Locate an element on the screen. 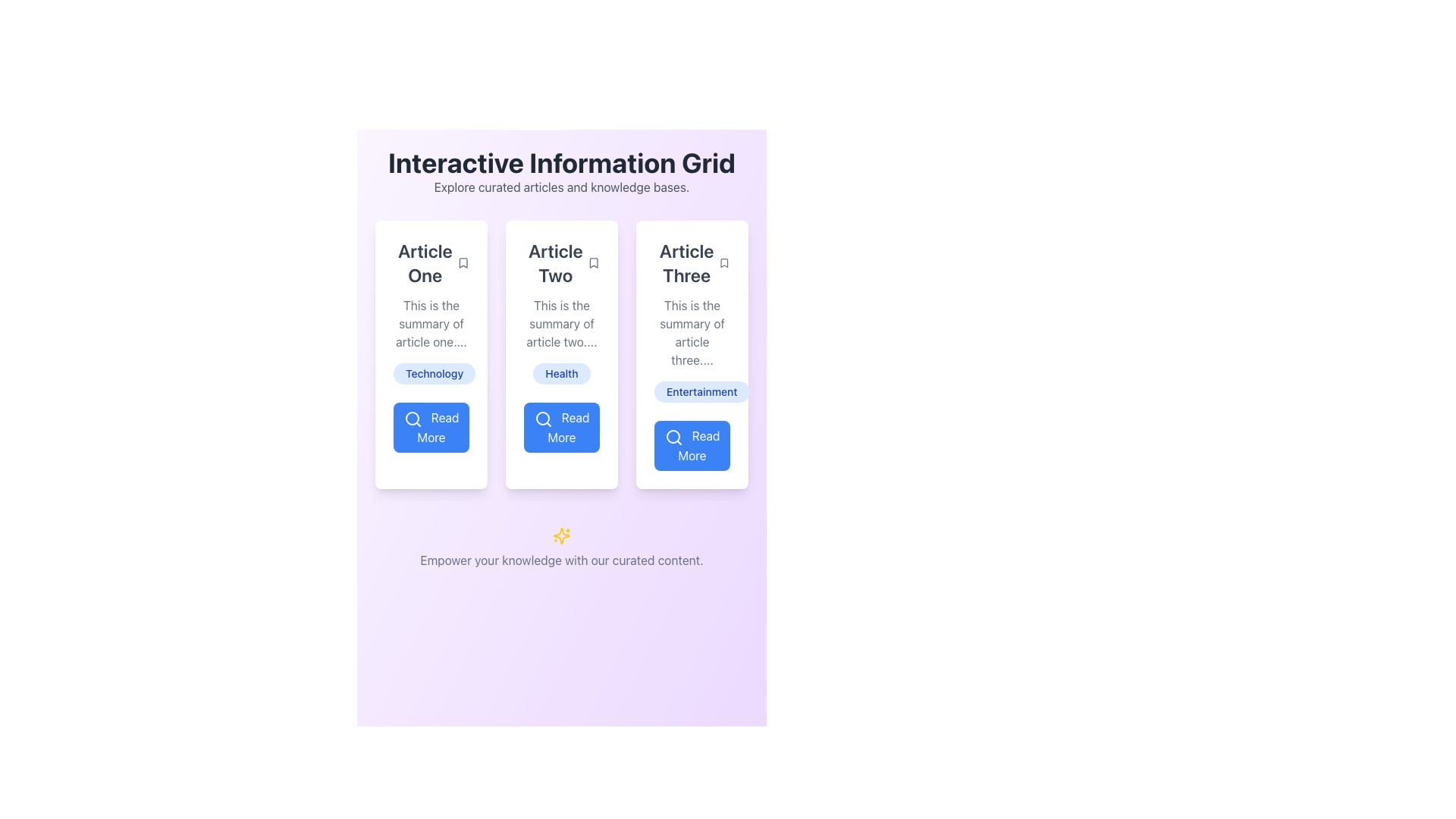 This screenshot has height=819, width=1456. text block that says 'Empower your knowledge with our curated content.' located at the bottom of the interface, beneath the yellow sparkles icon is located at coordinates (560, 559).